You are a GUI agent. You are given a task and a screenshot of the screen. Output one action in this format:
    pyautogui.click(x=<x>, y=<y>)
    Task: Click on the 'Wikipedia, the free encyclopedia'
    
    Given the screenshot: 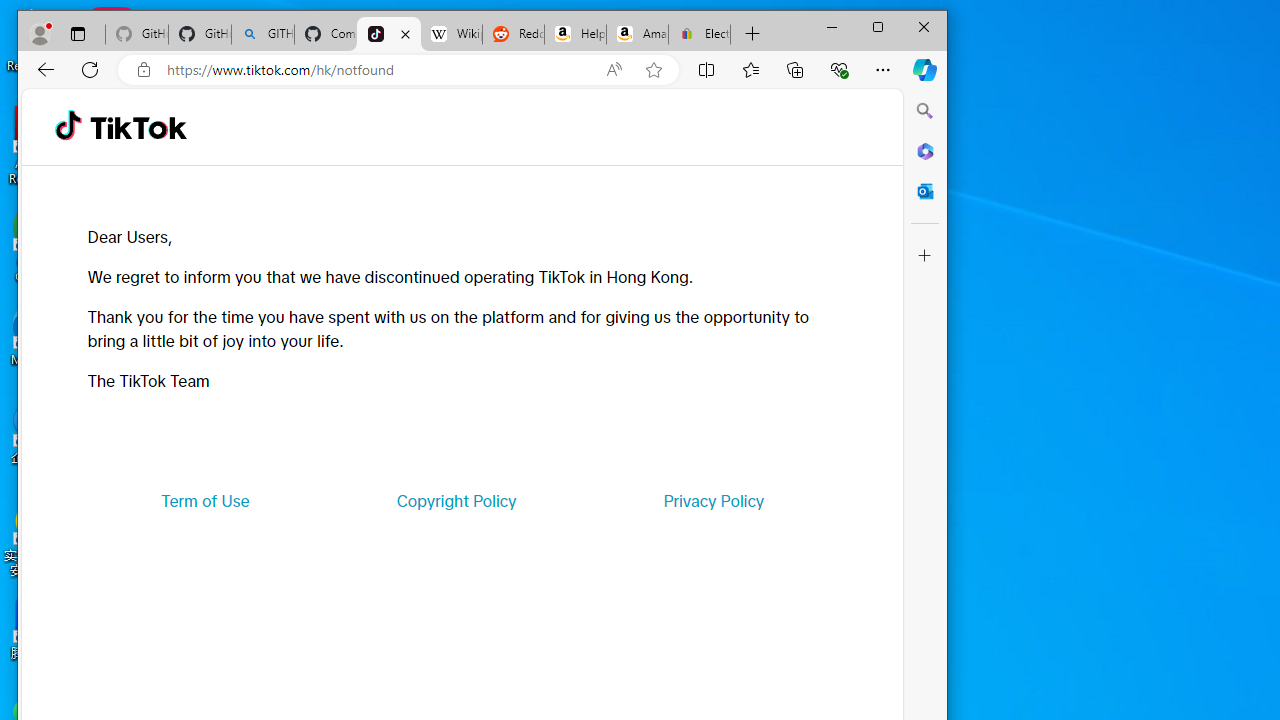 What is the action you would take?
    pyautogui.click(x=450, y=34)
    